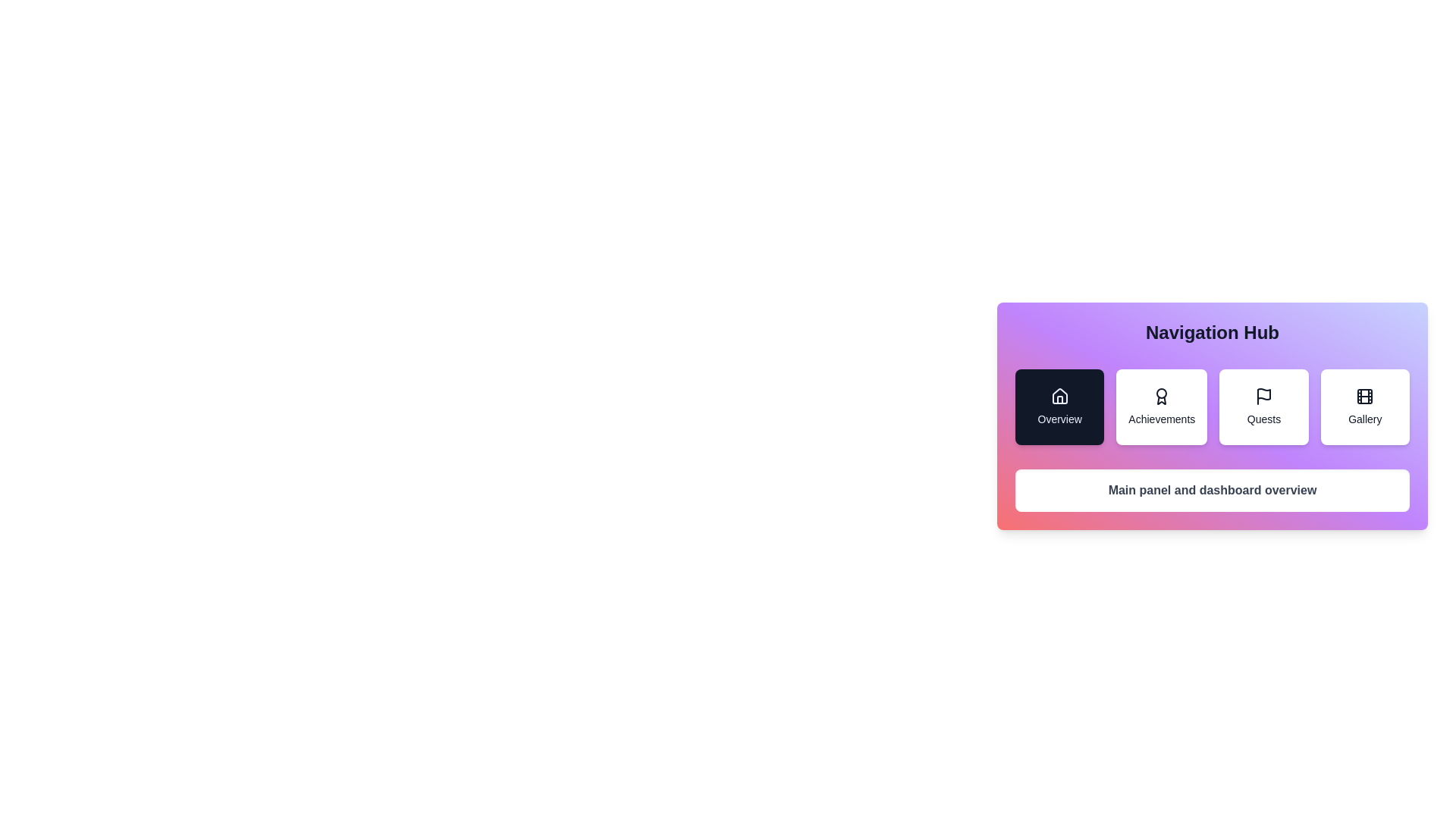 This screenshot has width=1456, height=819. I want to click on the 'Gallery' button located at the rightmost side of a cluster of buttons including 'Overview', 'Achievements', and 'Quests', so click(1365, 406).